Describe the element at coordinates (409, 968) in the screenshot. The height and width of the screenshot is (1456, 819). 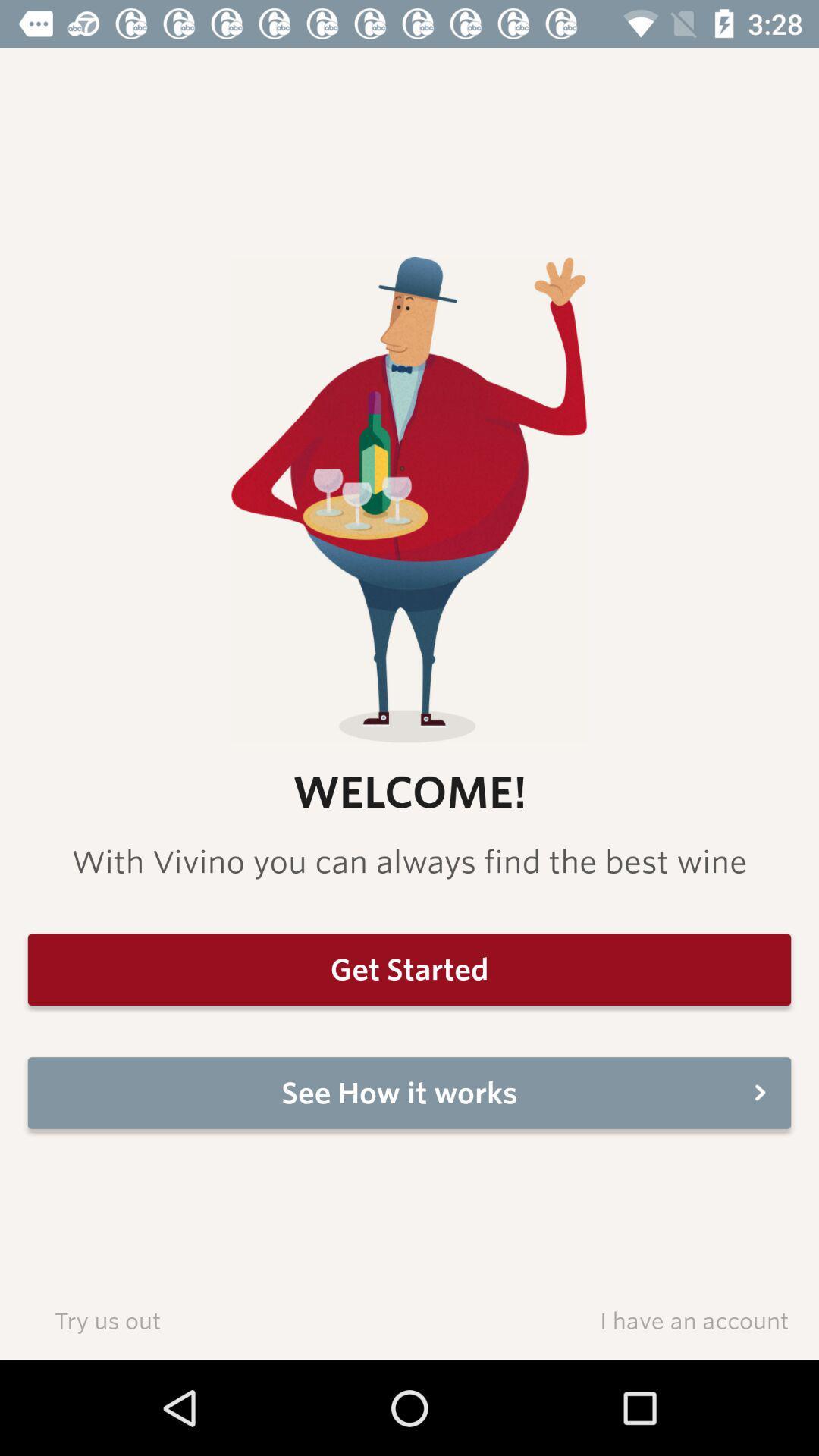
I see `the get started item` at that location.